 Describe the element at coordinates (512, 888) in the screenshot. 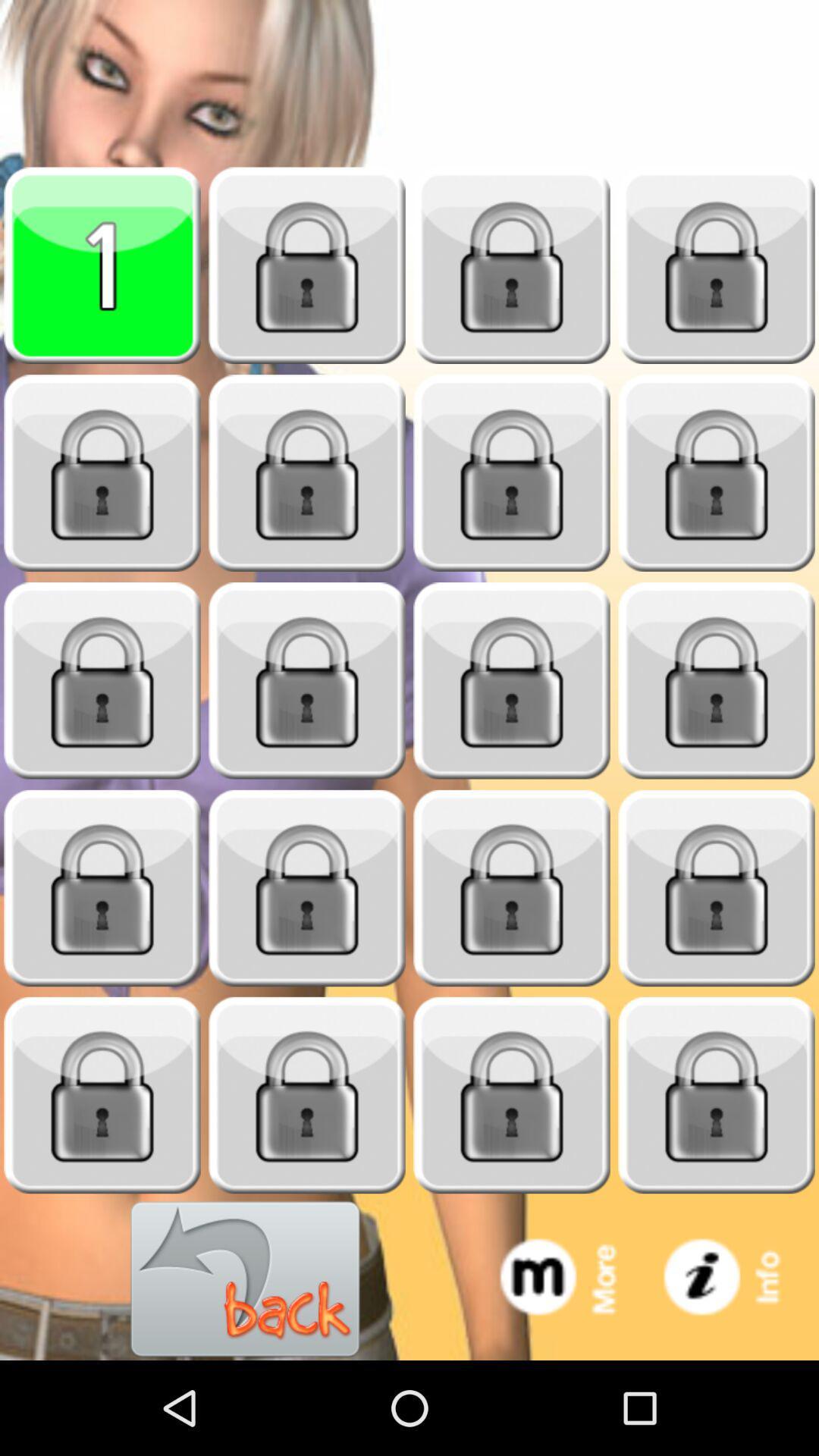

I see `blok` at that location.